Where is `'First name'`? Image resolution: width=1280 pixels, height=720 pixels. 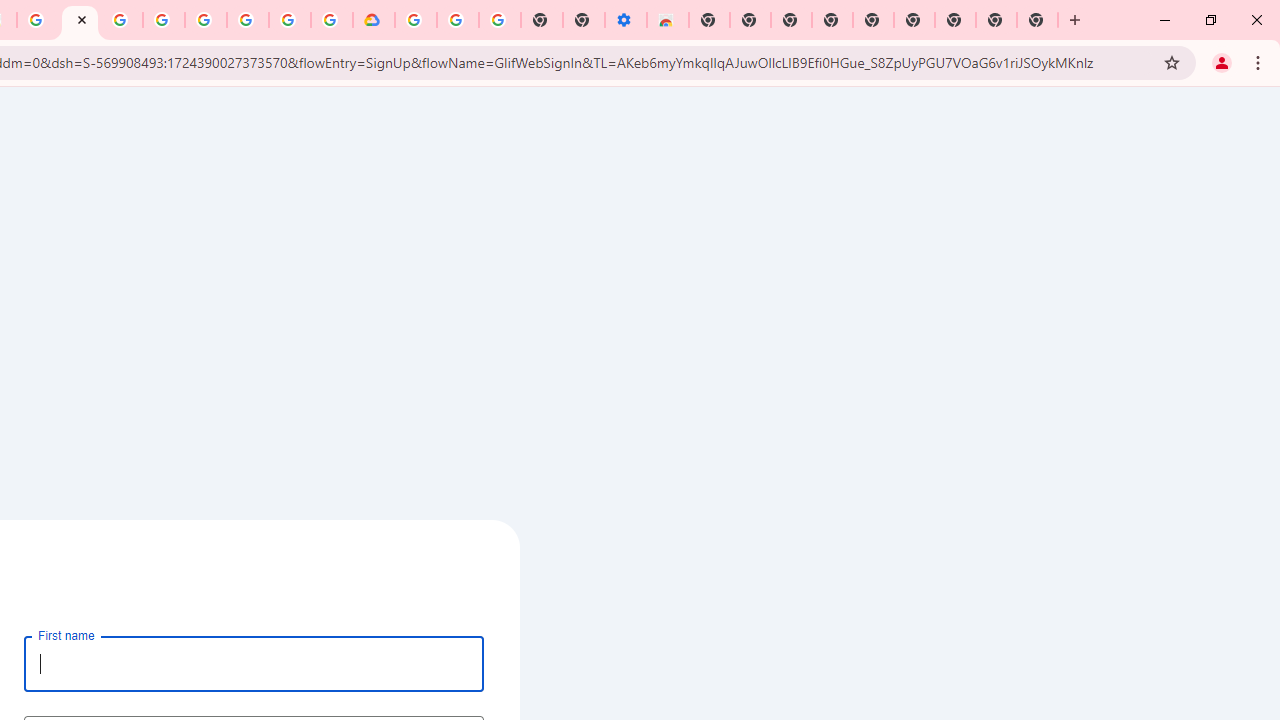 'First name' is located at coordinates (253, 663).